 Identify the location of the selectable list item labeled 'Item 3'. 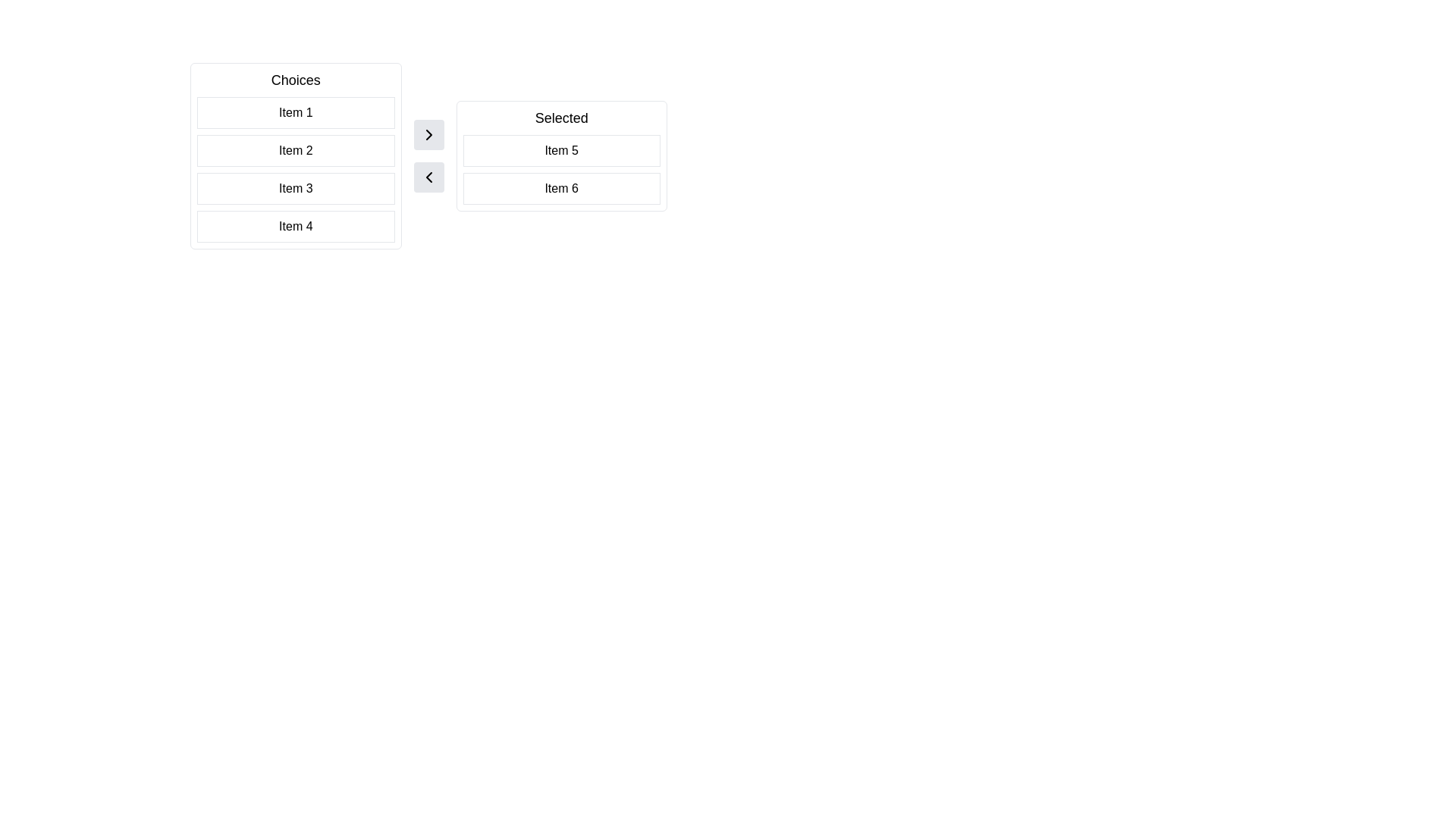
(296, 188).